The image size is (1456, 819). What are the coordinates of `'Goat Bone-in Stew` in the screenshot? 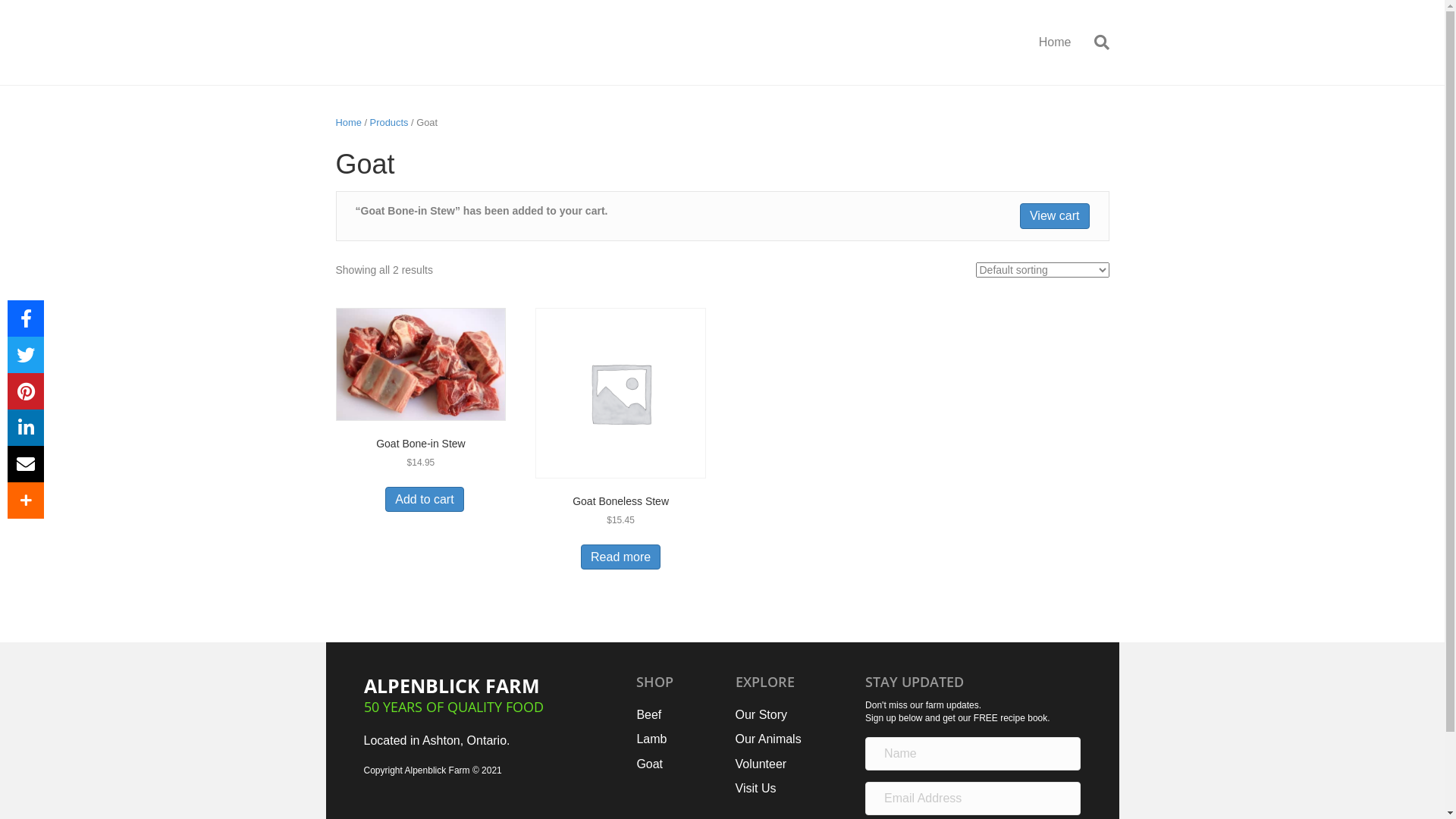 It's located at (334, 406).